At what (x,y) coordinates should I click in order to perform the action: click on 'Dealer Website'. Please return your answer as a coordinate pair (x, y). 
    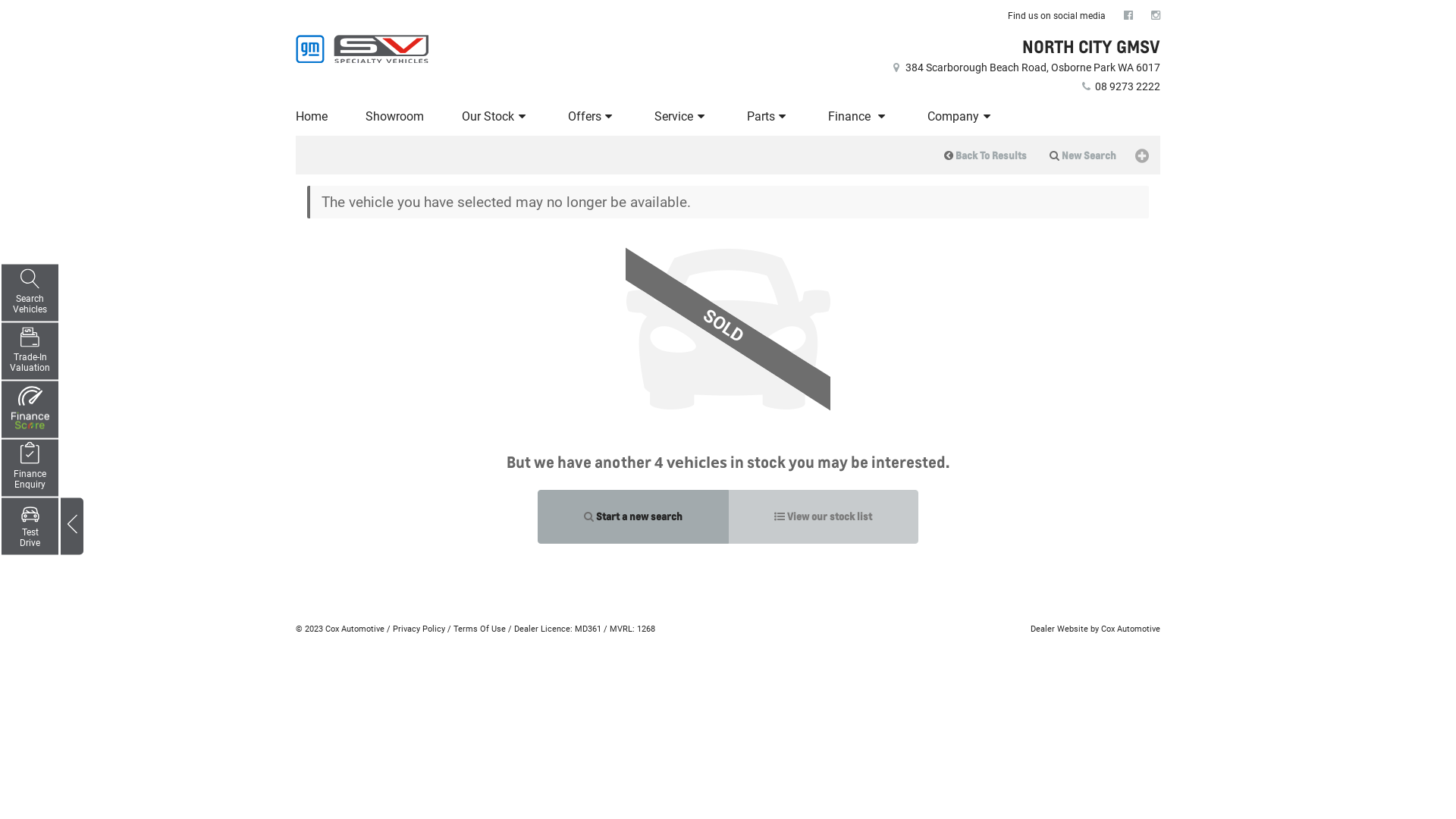
    Looking at the image, I should click on (1058, 629).